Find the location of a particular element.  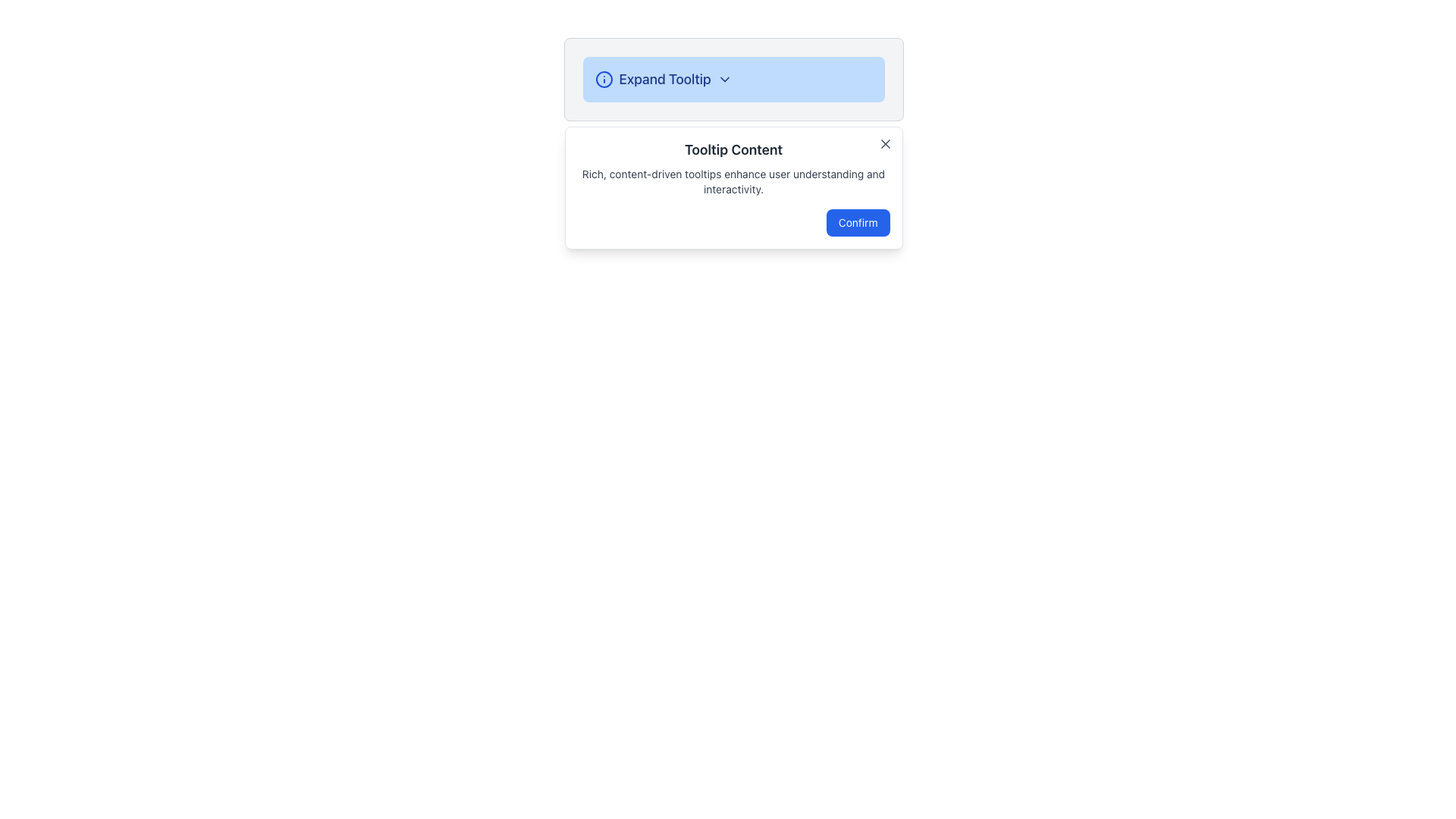

the close button located in the top-right corner of the tooltip is located at coordinates (885, 143).